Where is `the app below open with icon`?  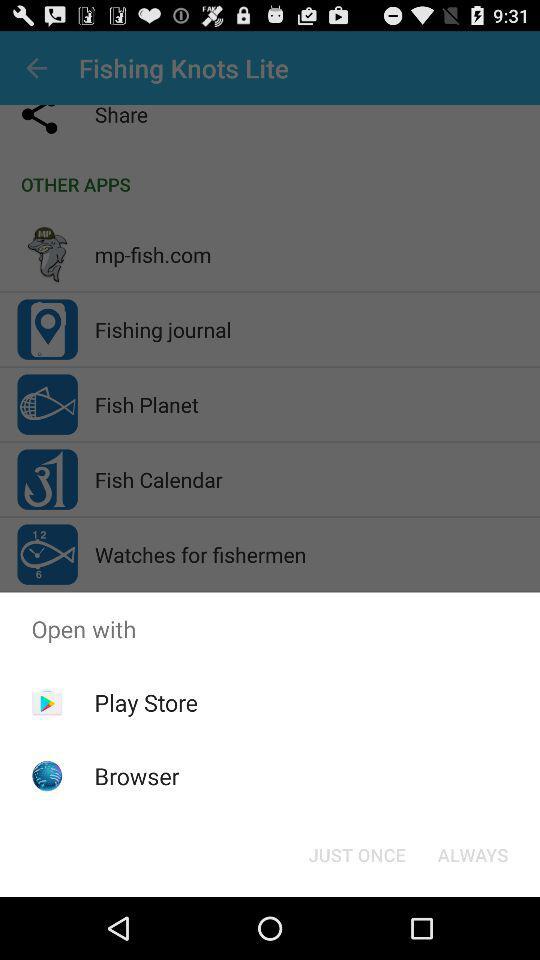
the app below open with icon is located at coordinates (472, 853).